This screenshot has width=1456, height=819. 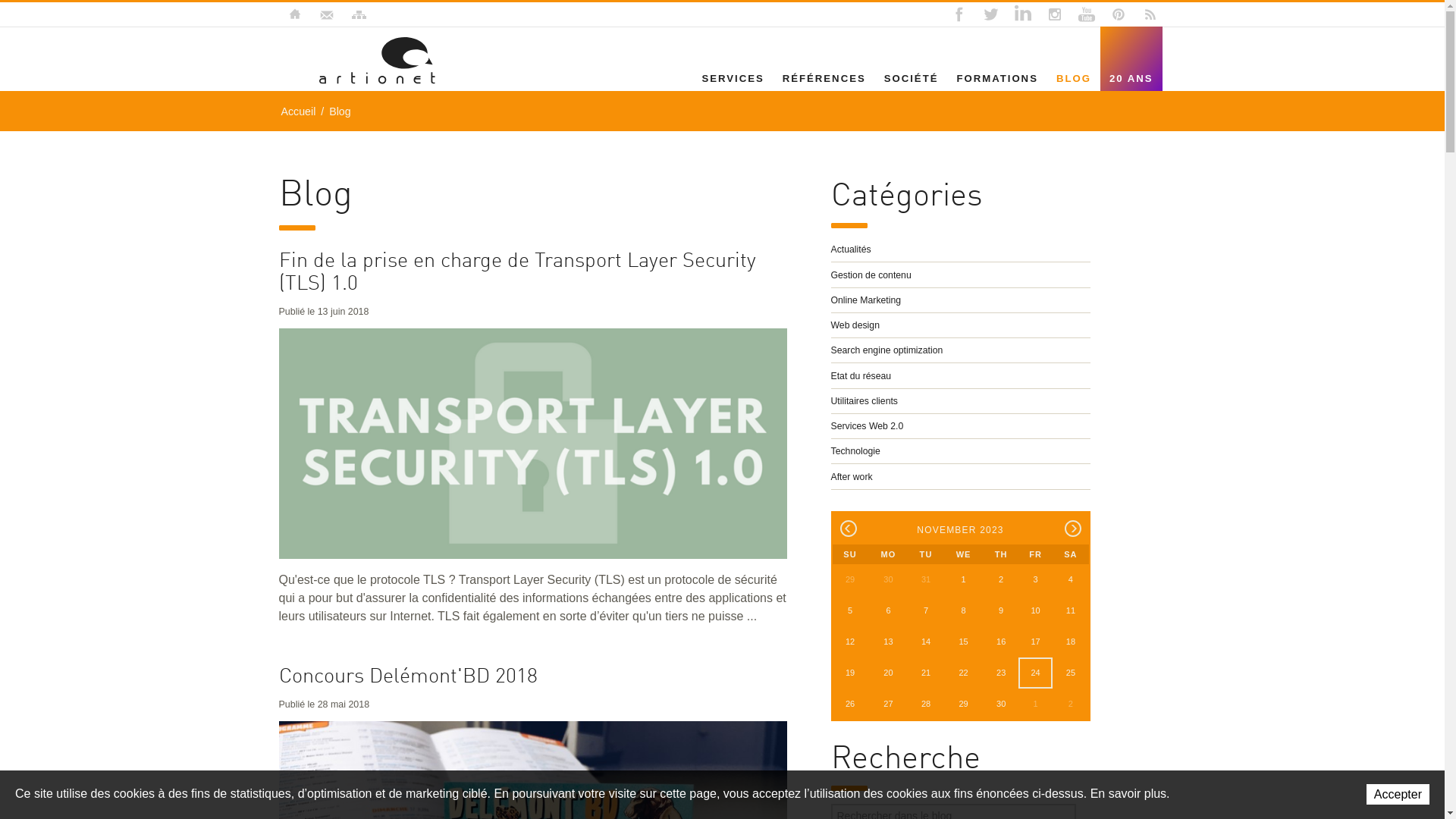 What do you see at coordinates (325, 14) in the screenshot?
I see `'Contact'` at bounding box center [325, 14].